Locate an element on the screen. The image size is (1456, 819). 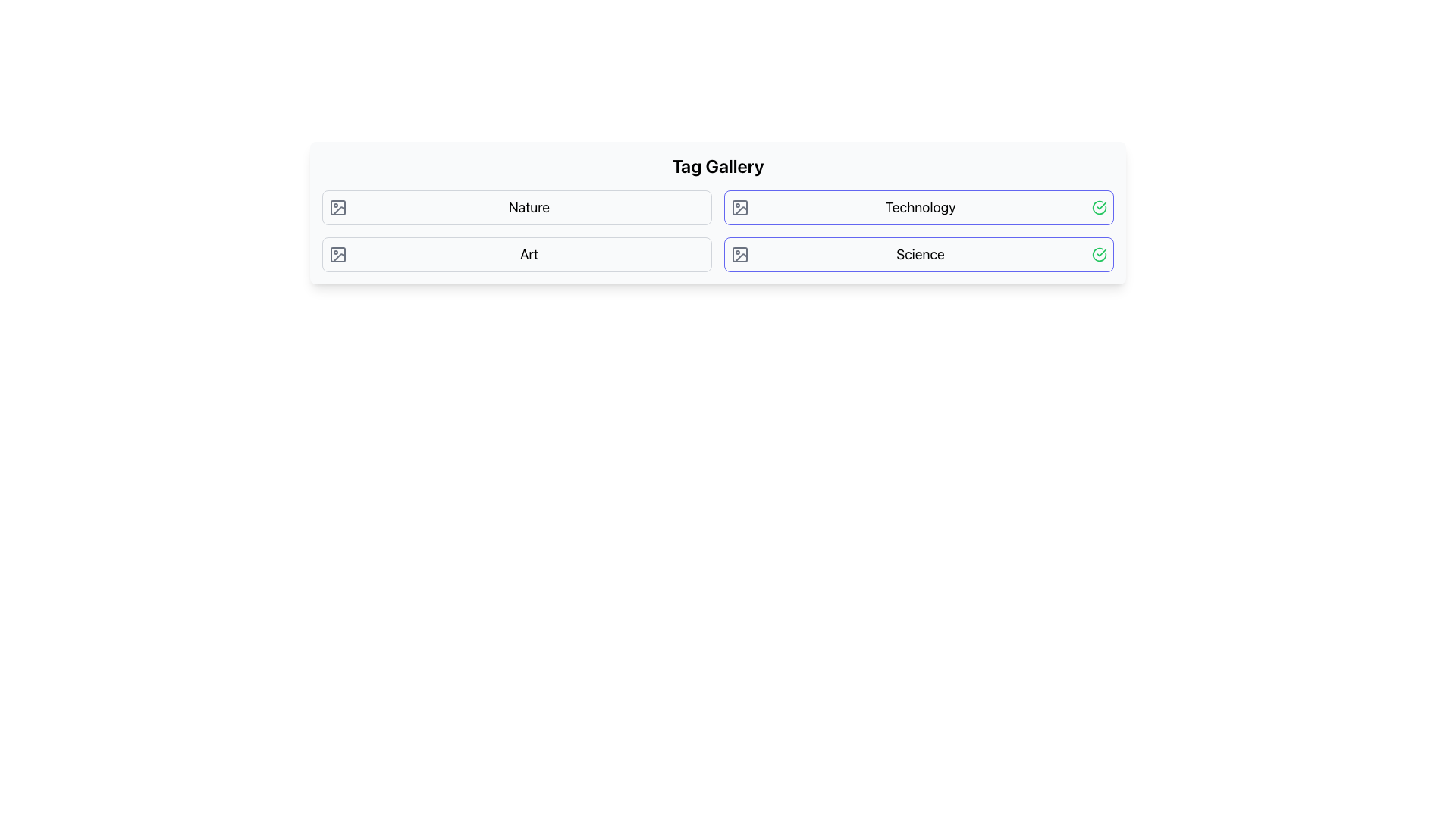
the Decorative icon, which is an SVG icon resembling an image symbol, located to the left of the word 'Science' and adjacent to the right side of the bordered rectangle defining the tag boundaries is located at coordinates (739, 253).